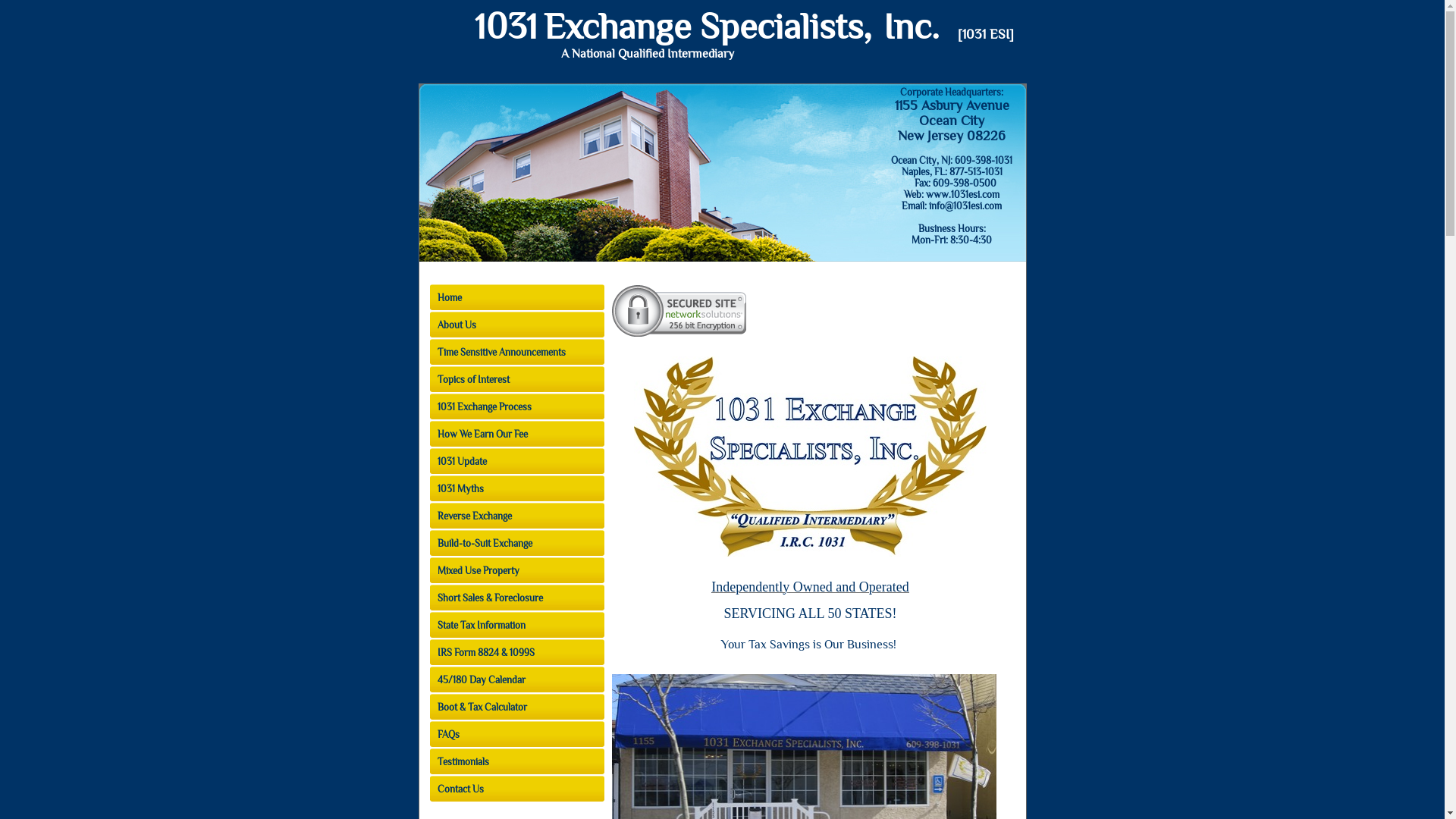 The image size is (1456, 819). I want to click on 'Testimonials', so click(516, 761).